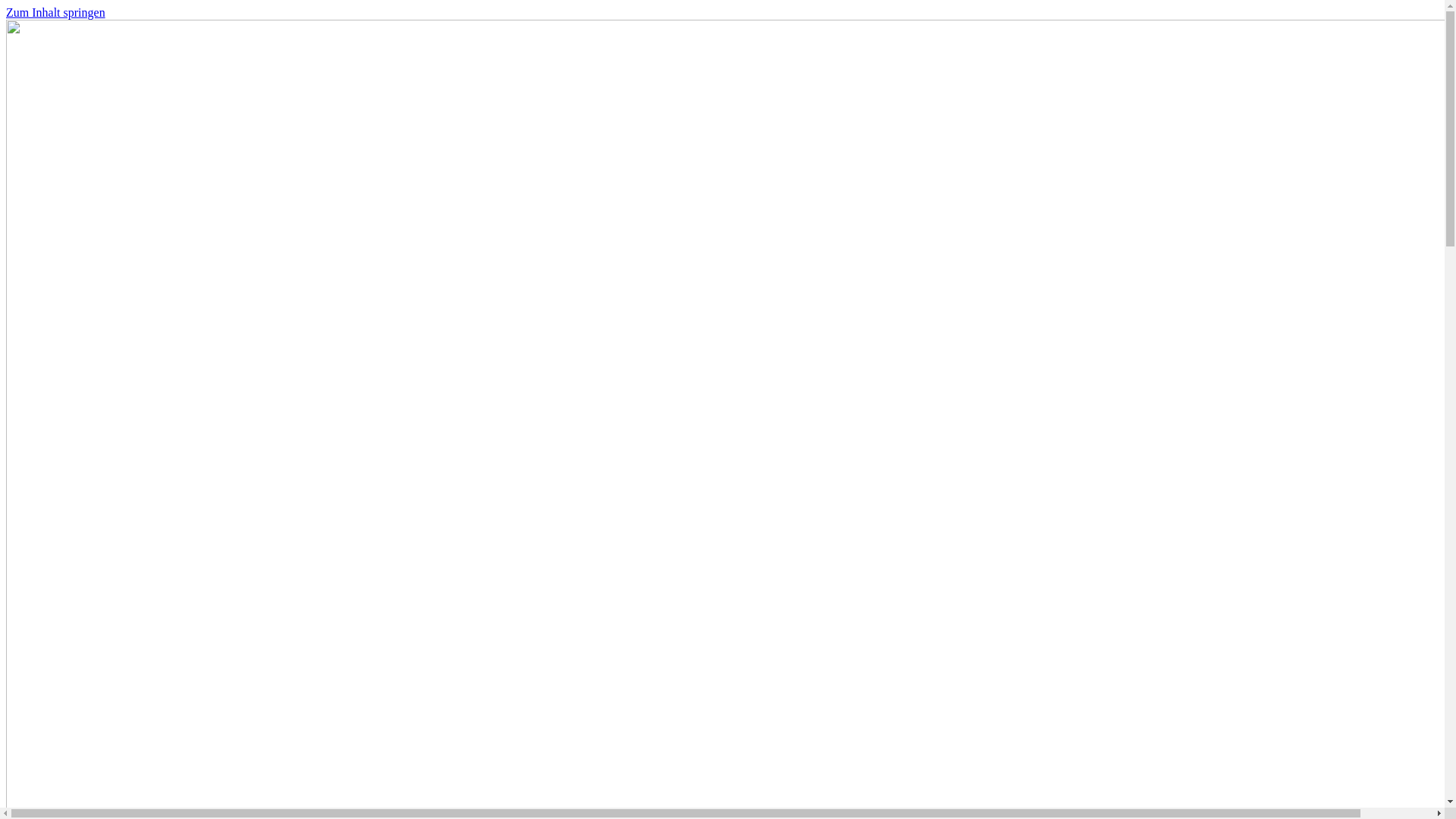 The image size is (1456, 819). I want to click on 'Zum Inhalt springen', so click(6, 12).